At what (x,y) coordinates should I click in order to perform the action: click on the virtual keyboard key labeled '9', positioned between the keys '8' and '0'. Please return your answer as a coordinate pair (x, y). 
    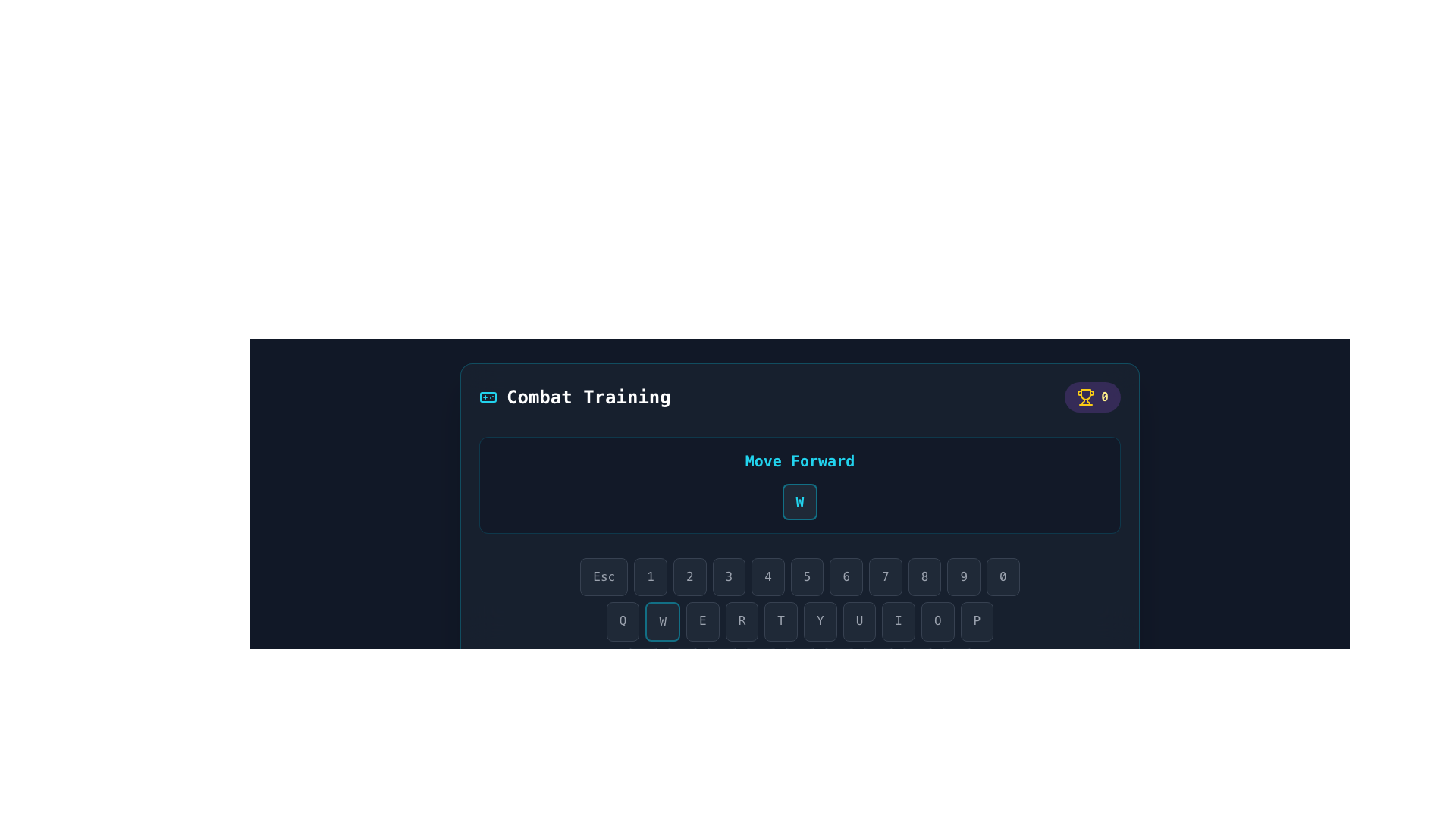
    Looking at the image, I should click on (963, 576).